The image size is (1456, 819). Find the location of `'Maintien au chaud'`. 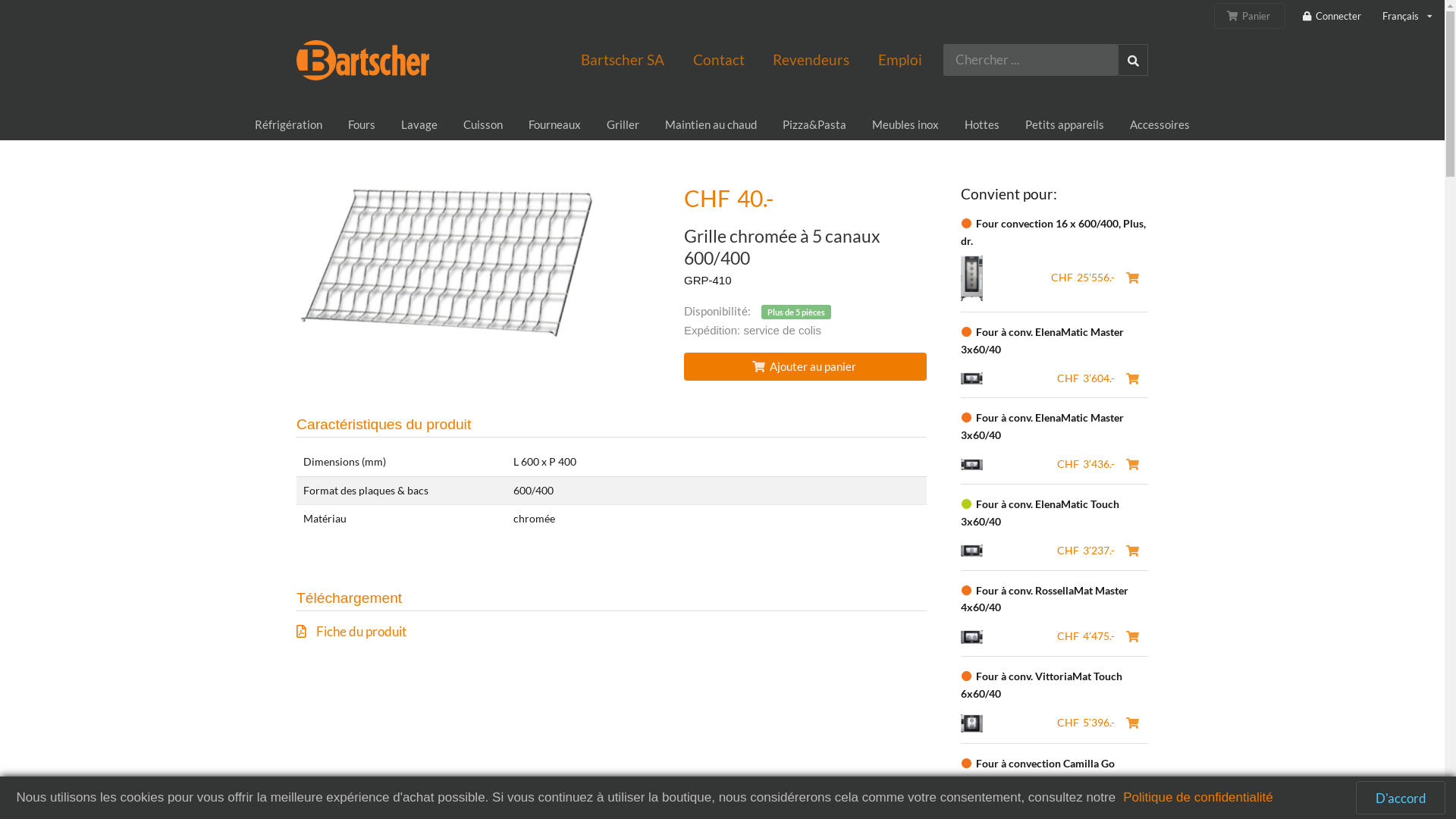

'Maintien au chaud' is located at coordinates (651, 124).